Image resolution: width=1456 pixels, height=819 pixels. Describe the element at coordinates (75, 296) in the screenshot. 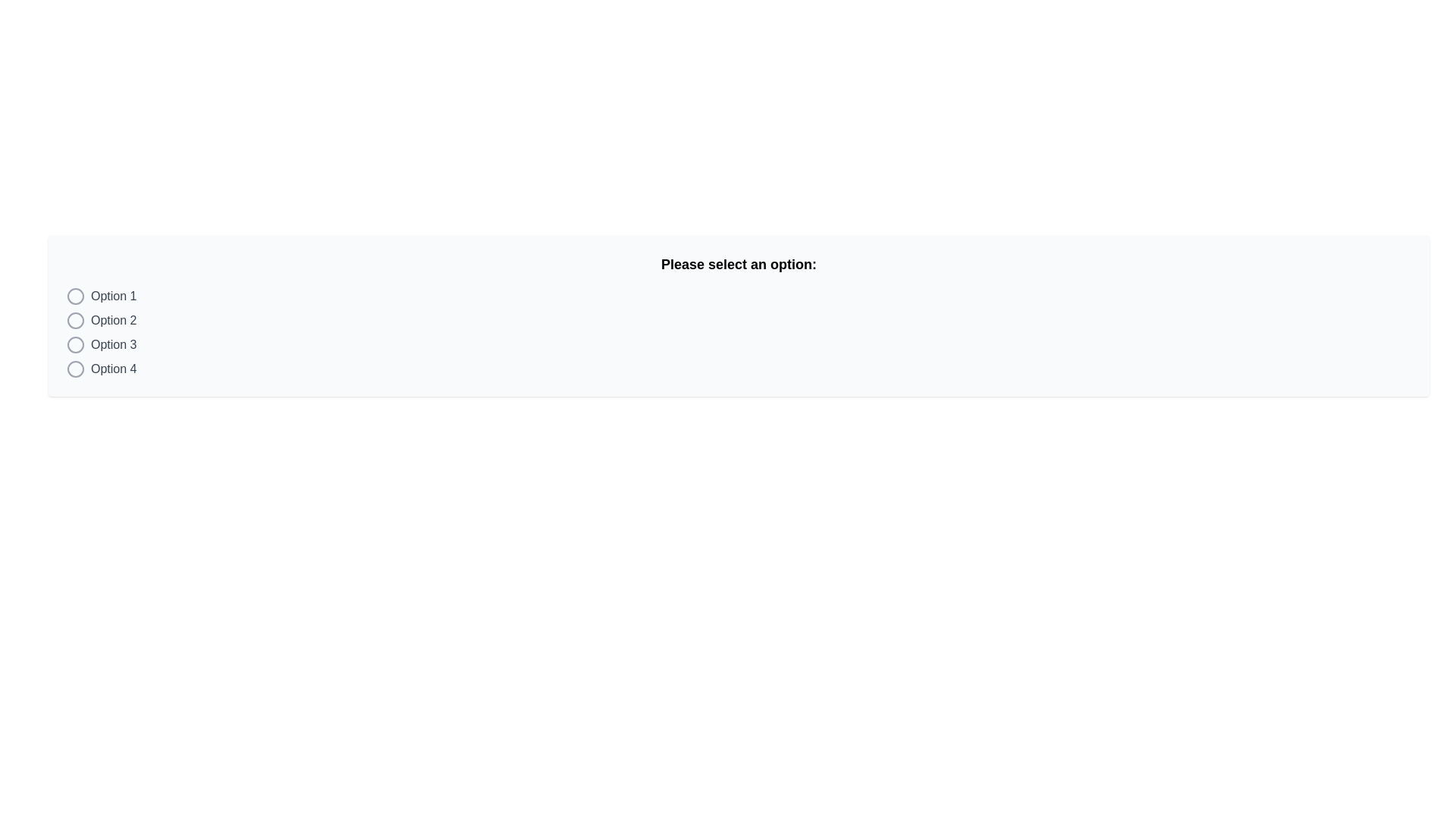

I see `the radio button for 'Option 1'` at that location.